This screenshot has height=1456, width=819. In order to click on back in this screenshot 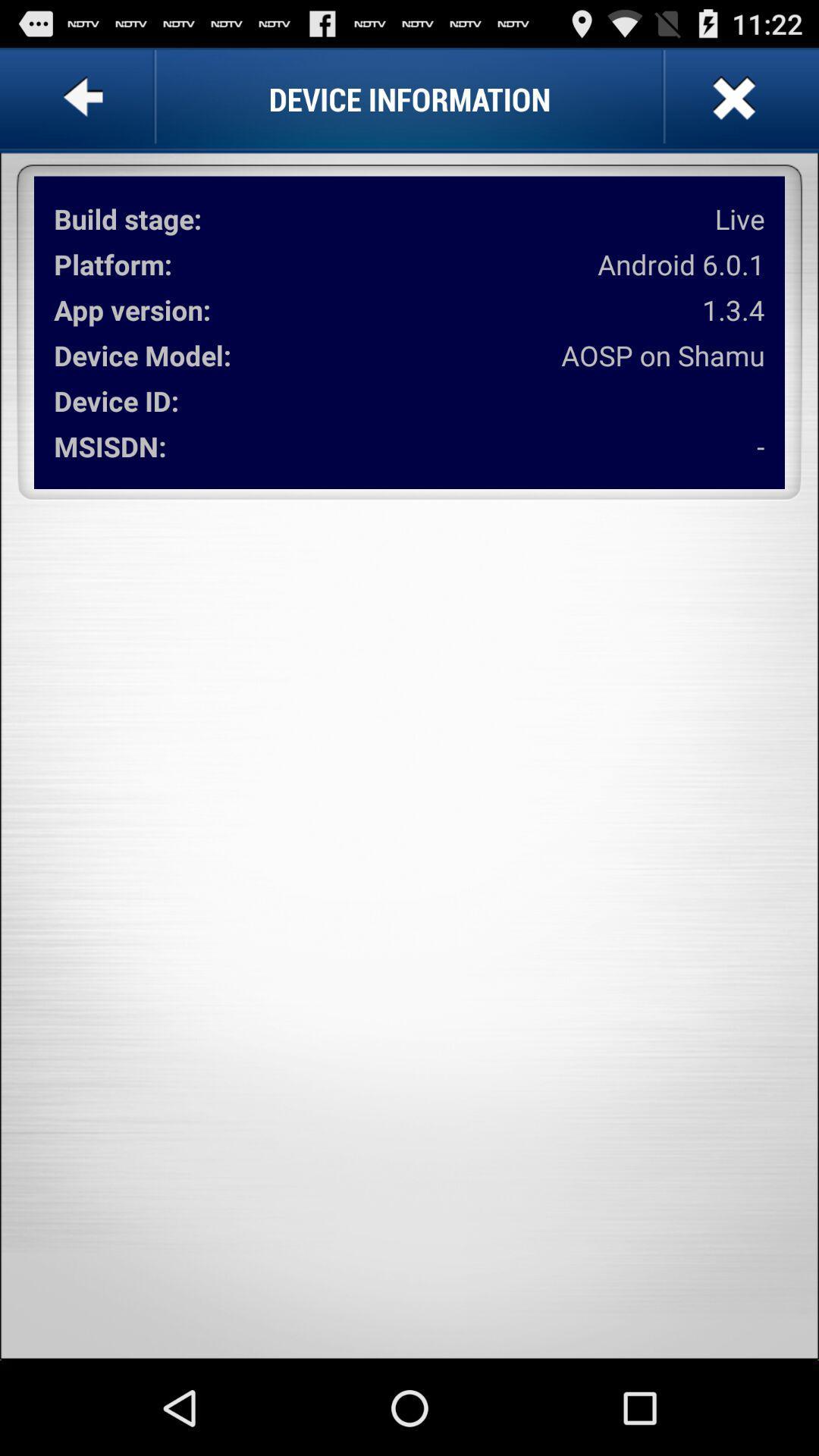, I will do `click(86, 98)`.